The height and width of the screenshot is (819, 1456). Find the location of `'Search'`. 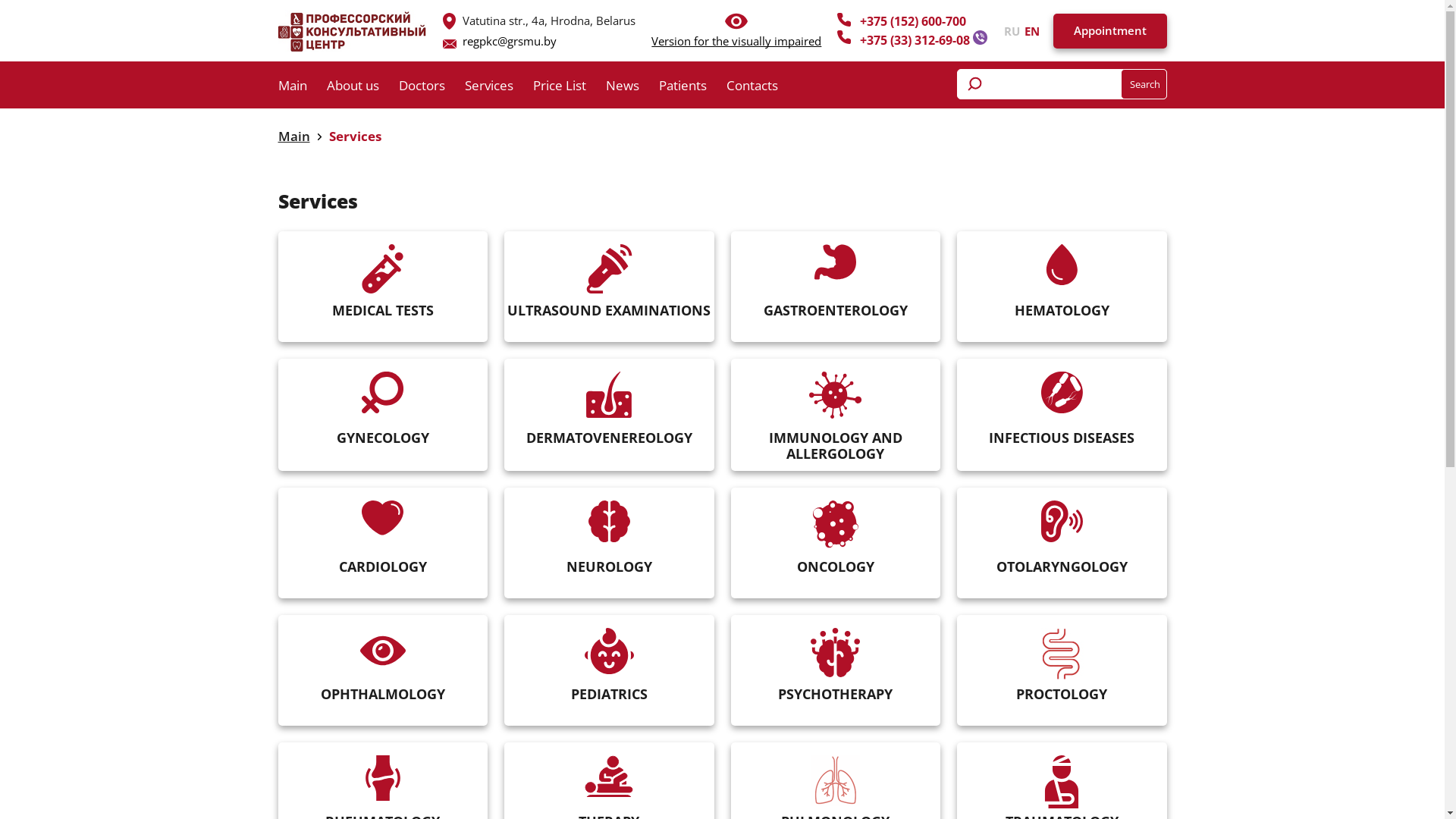

'Search' is located at coordinates (1144, 84).